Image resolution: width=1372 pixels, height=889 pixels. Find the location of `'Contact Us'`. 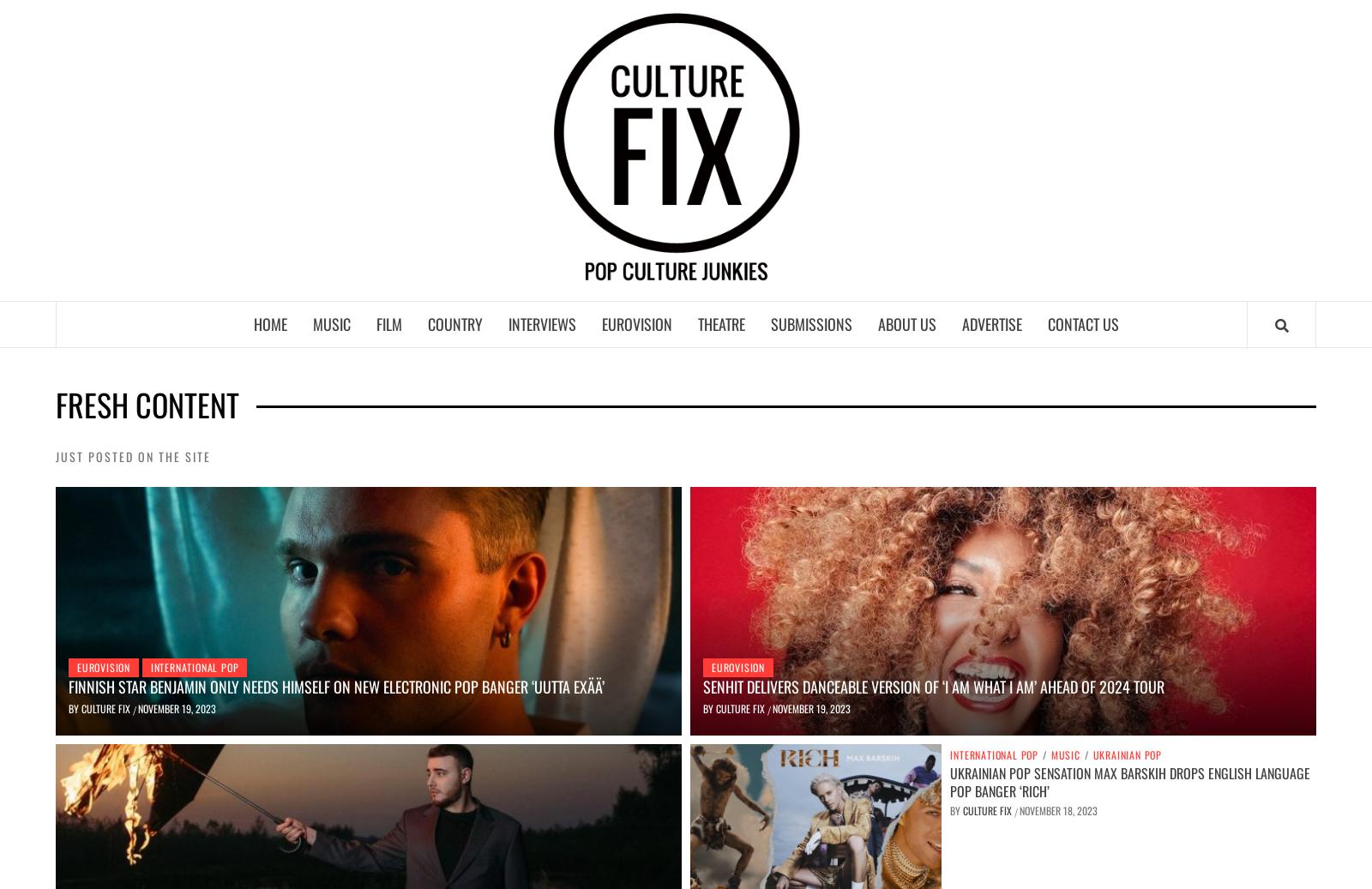

'Contact Us' is located at coordinates (1045, 322).